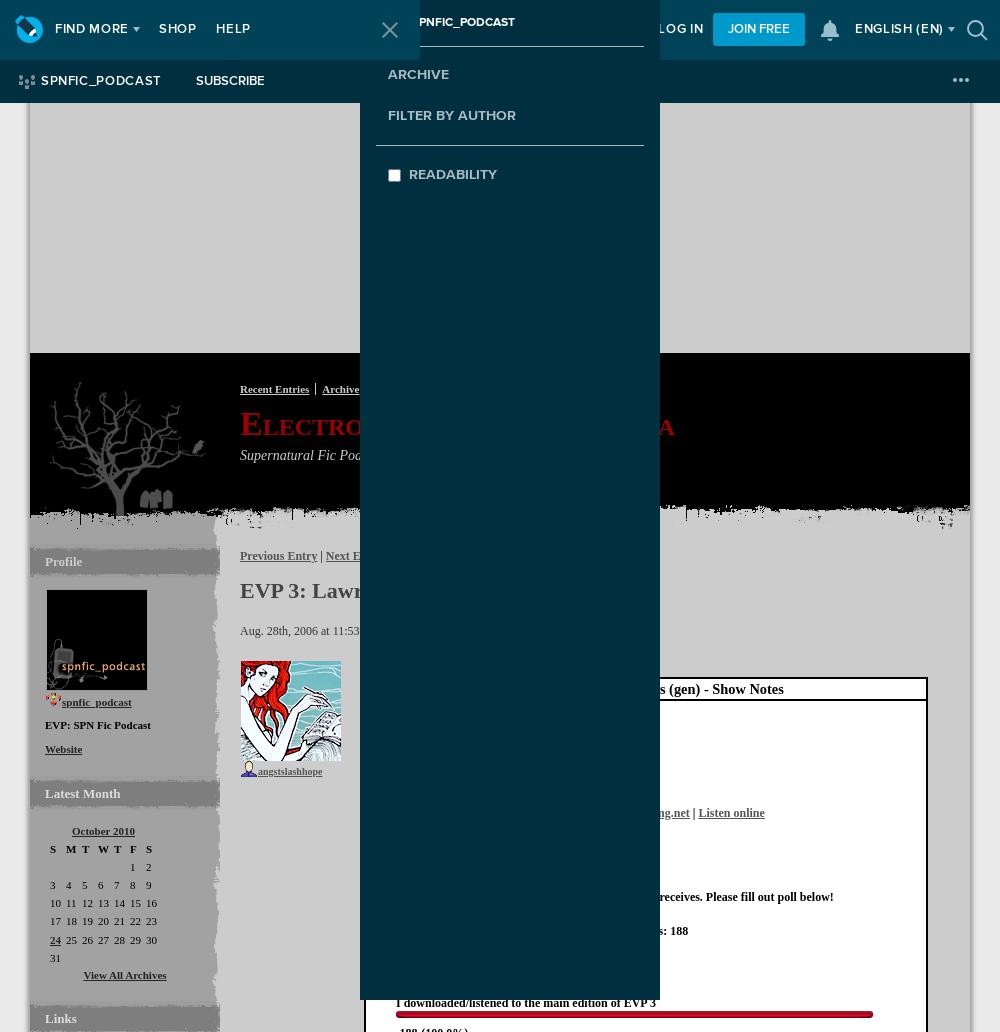  I want to click on '19', so click(86, 919).